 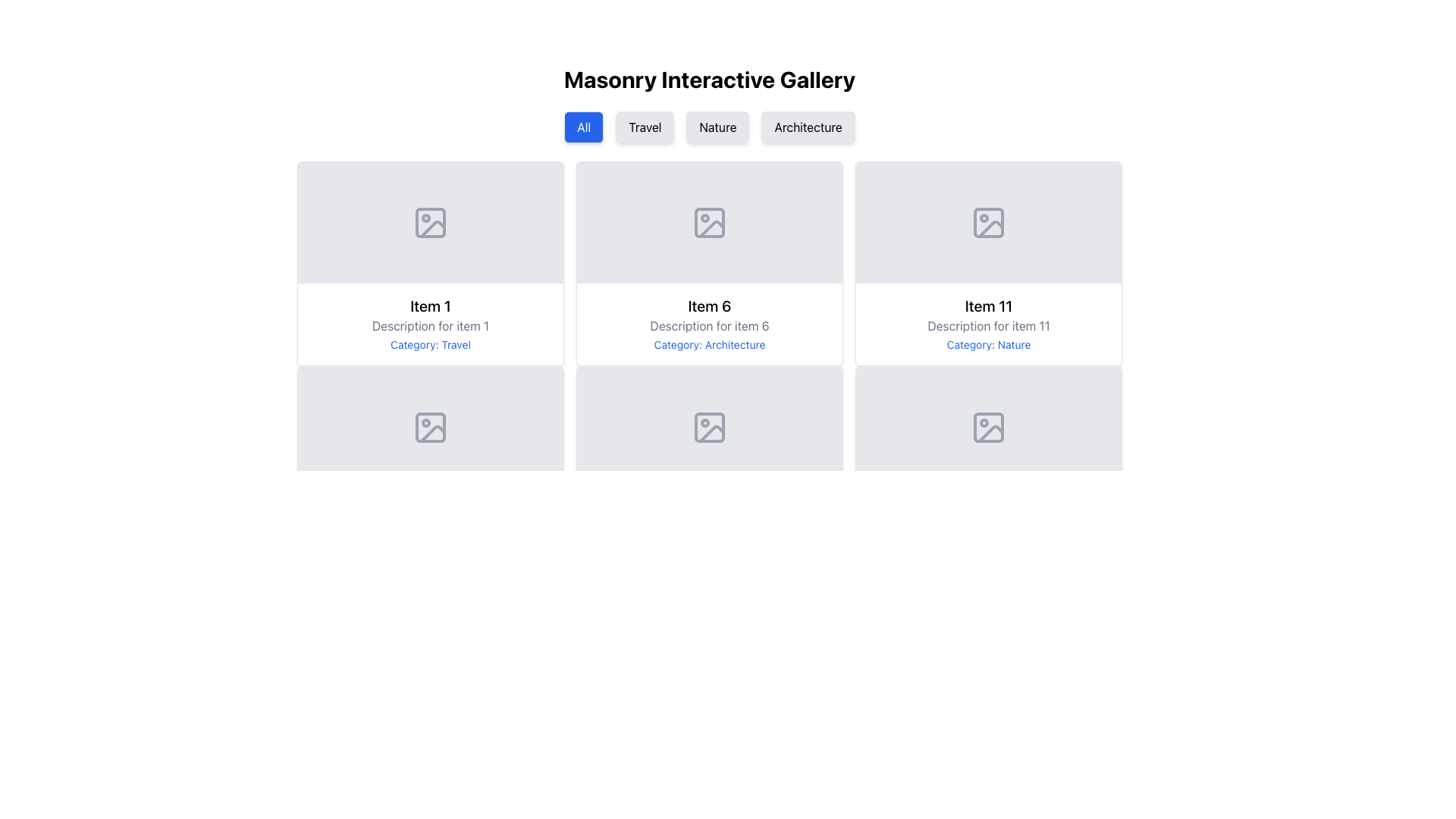 What do you see at coordinates (709, 222) in the screenshot?
I see `the placeholder icon located in the center of the gray rectangular block for 'Item 6' in the masonry gallery layout` at bounding box center [709, 222].